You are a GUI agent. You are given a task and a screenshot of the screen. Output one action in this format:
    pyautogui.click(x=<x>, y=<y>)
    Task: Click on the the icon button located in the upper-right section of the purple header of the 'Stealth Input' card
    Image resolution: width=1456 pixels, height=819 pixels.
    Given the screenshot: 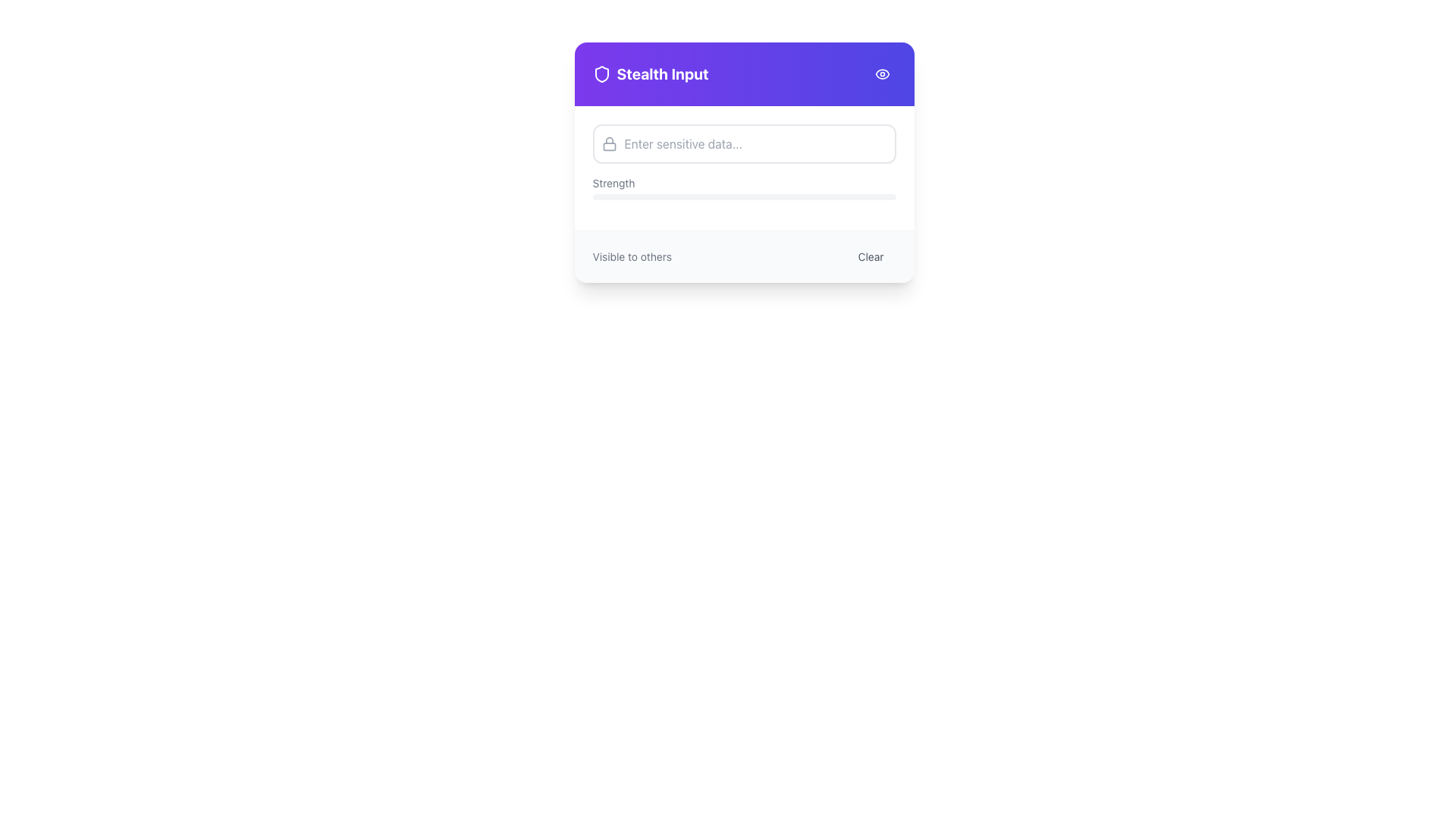 What is the action you would take?
    pyautogui.click(x=882, y=74)
    